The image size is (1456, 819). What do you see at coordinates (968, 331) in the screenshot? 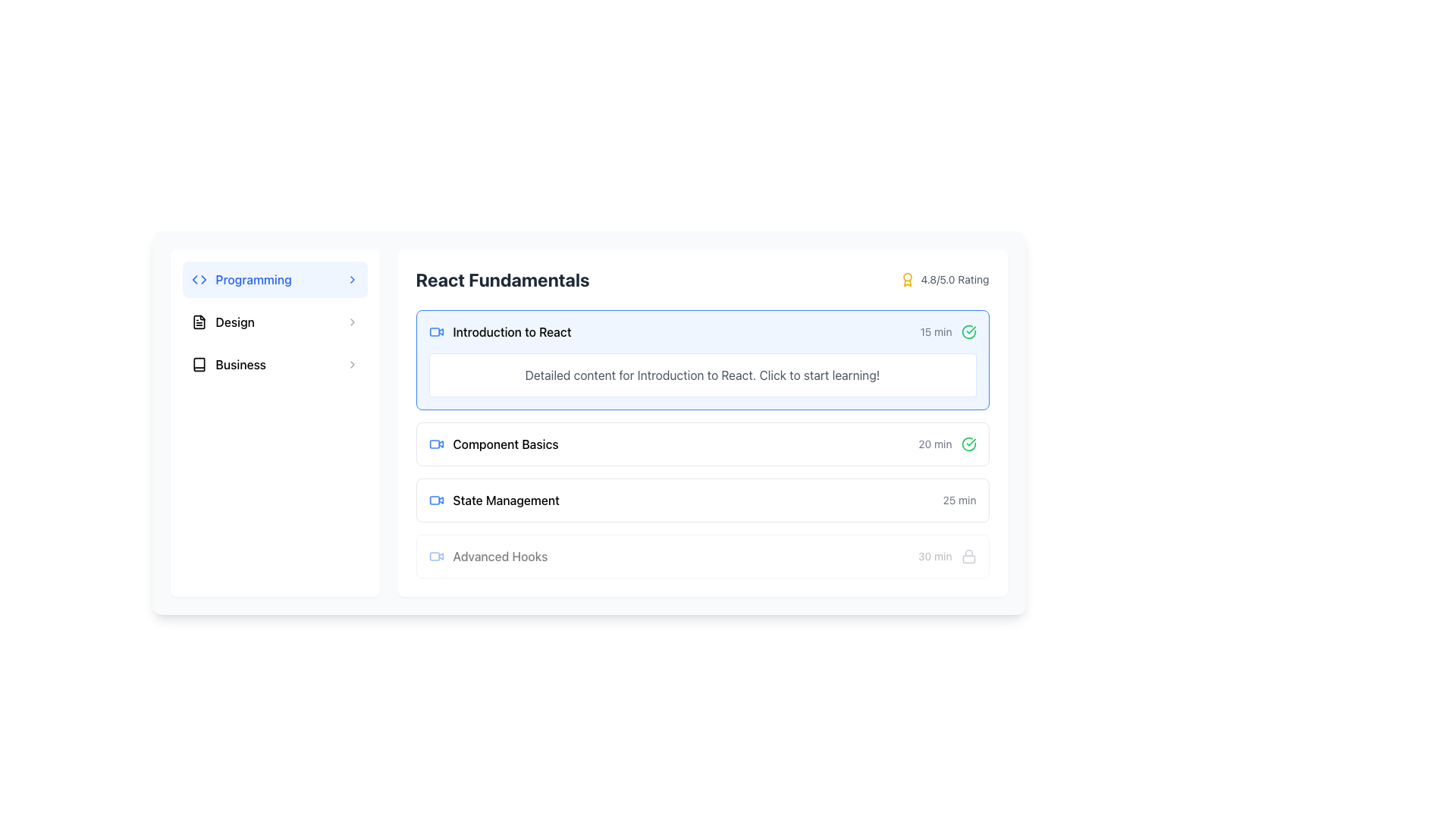
I see `the green checkmark icon within the circular area indicating a completed action` at bounding box center [968, 331].